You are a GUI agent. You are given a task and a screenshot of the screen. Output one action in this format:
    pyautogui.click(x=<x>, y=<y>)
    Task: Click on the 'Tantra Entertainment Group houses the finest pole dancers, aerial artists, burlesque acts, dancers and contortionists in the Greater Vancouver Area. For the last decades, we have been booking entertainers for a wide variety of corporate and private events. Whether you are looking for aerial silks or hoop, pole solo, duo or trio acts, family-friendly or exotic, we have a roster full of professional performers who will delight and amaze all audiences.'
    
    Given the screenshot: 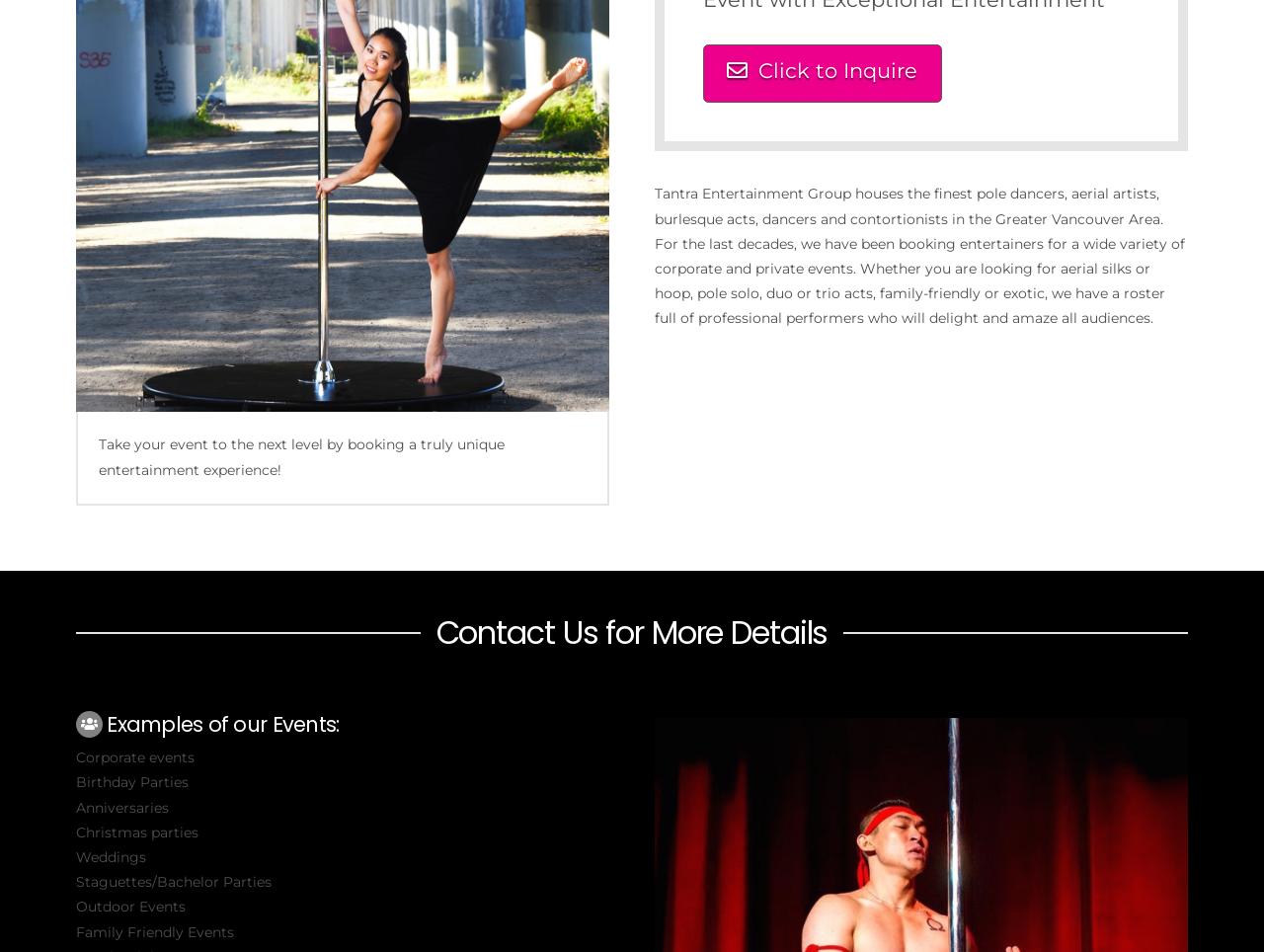 What is the action you would take?
    pyautogui.click(x=917, y=255)
    